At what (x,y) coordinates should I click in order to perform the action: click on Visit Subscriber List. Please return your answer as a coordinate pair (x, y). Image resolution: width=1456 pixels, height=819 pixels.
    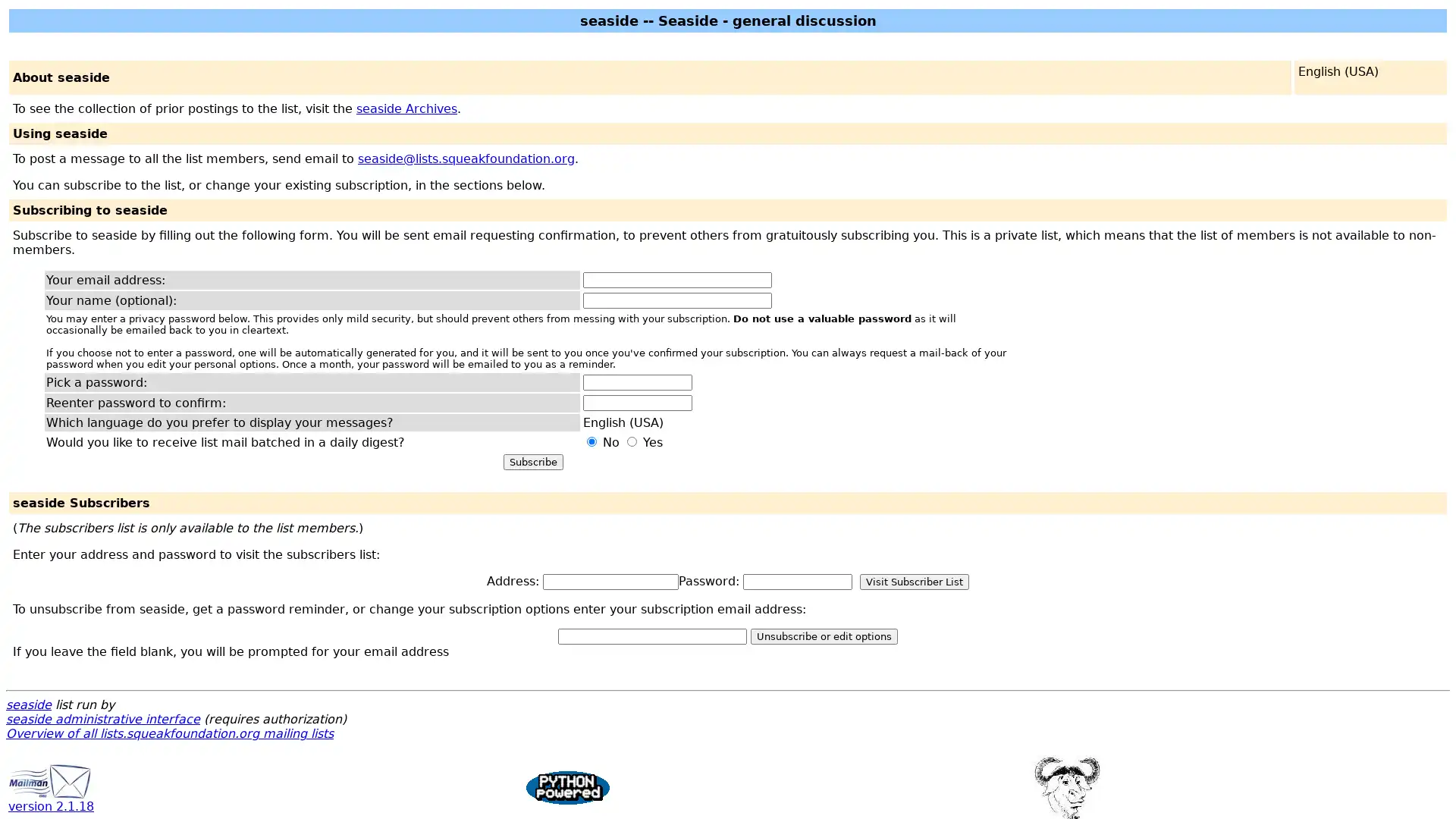
    Looking at the image, I should click on (913, 581).